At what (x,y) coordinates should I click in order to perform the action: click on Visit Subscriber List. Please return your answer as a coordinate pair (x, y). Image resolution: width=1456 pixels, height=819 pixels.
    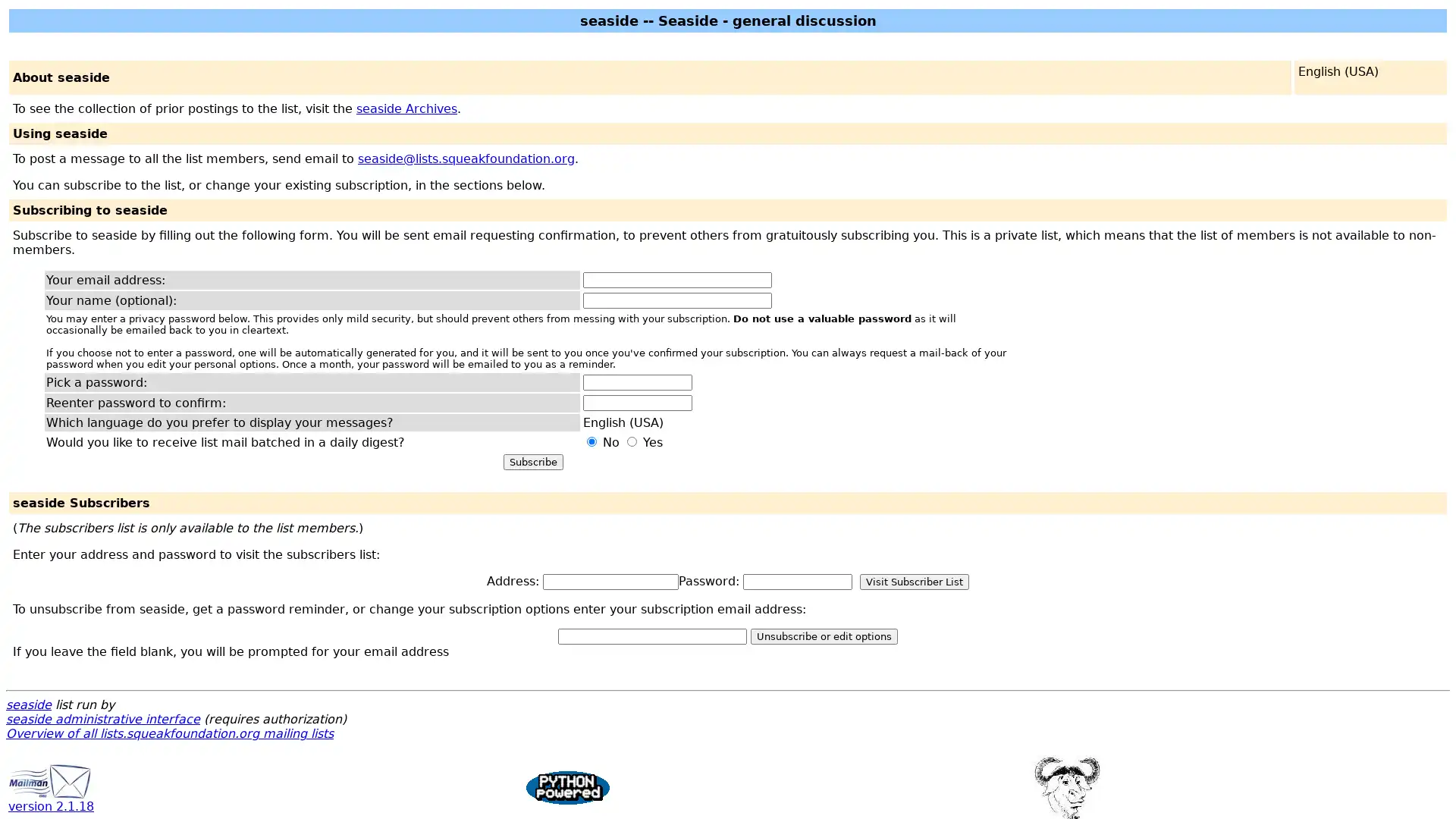
    Looking at the image, I should click on (913, 581).